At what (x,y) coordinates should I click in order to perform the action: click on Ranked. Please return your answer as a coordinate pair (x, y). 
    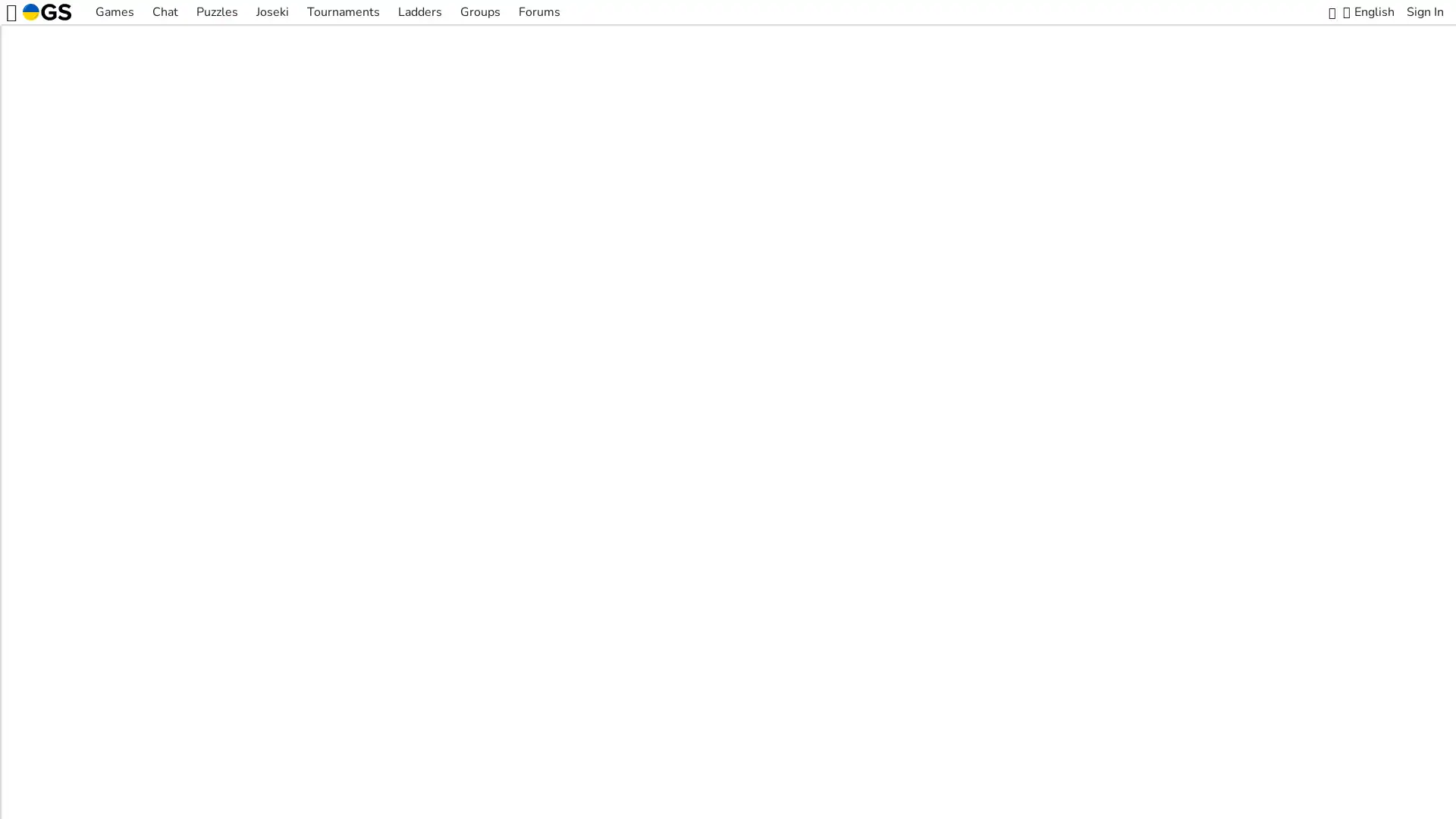
    Looking at the image, I should click on (776, 598).